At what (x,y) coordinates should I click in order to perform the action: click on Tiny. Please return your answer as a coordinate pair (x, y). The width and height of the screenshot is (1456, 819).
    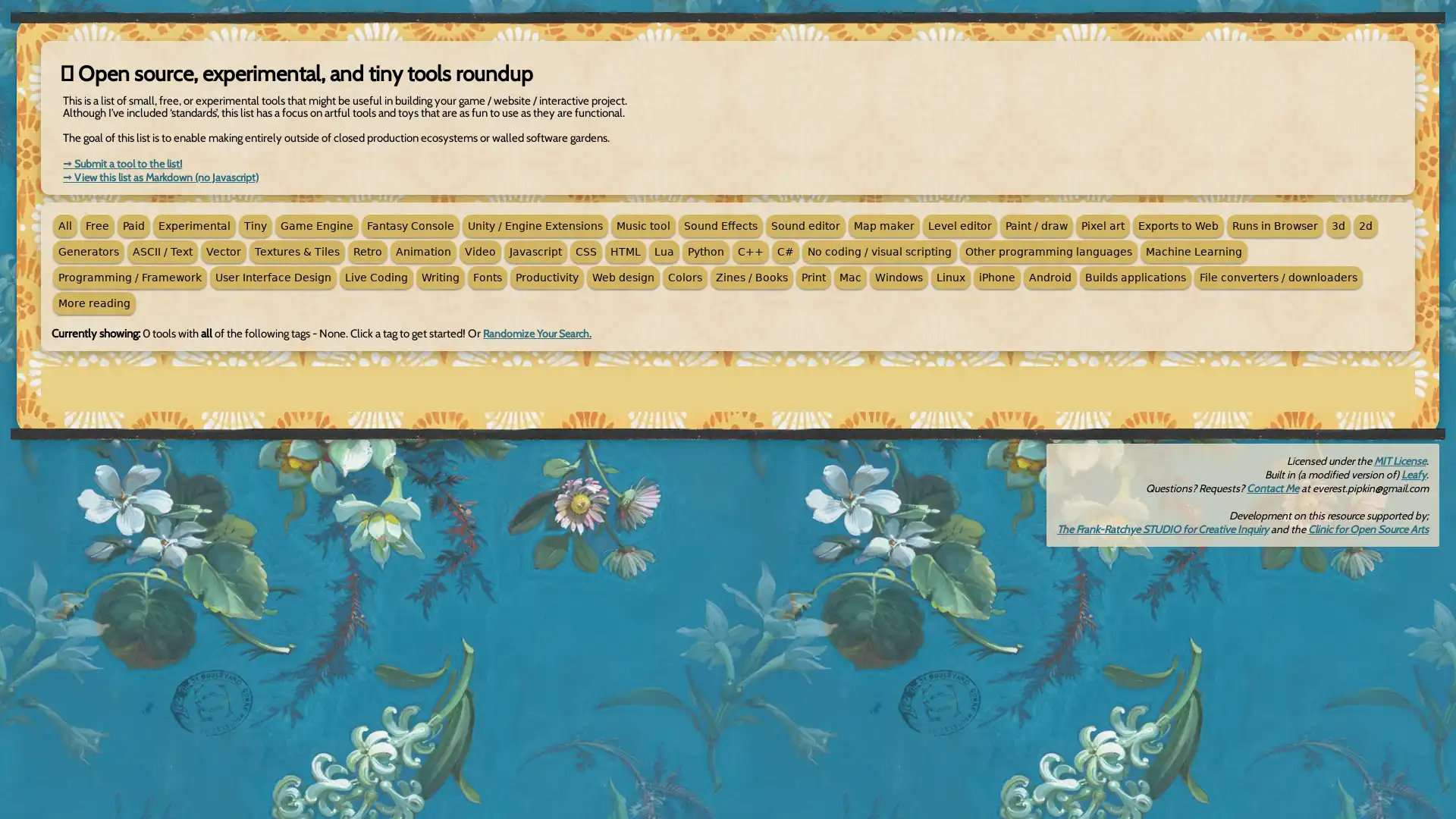
    Looking at the image, I should click on (255, 225).